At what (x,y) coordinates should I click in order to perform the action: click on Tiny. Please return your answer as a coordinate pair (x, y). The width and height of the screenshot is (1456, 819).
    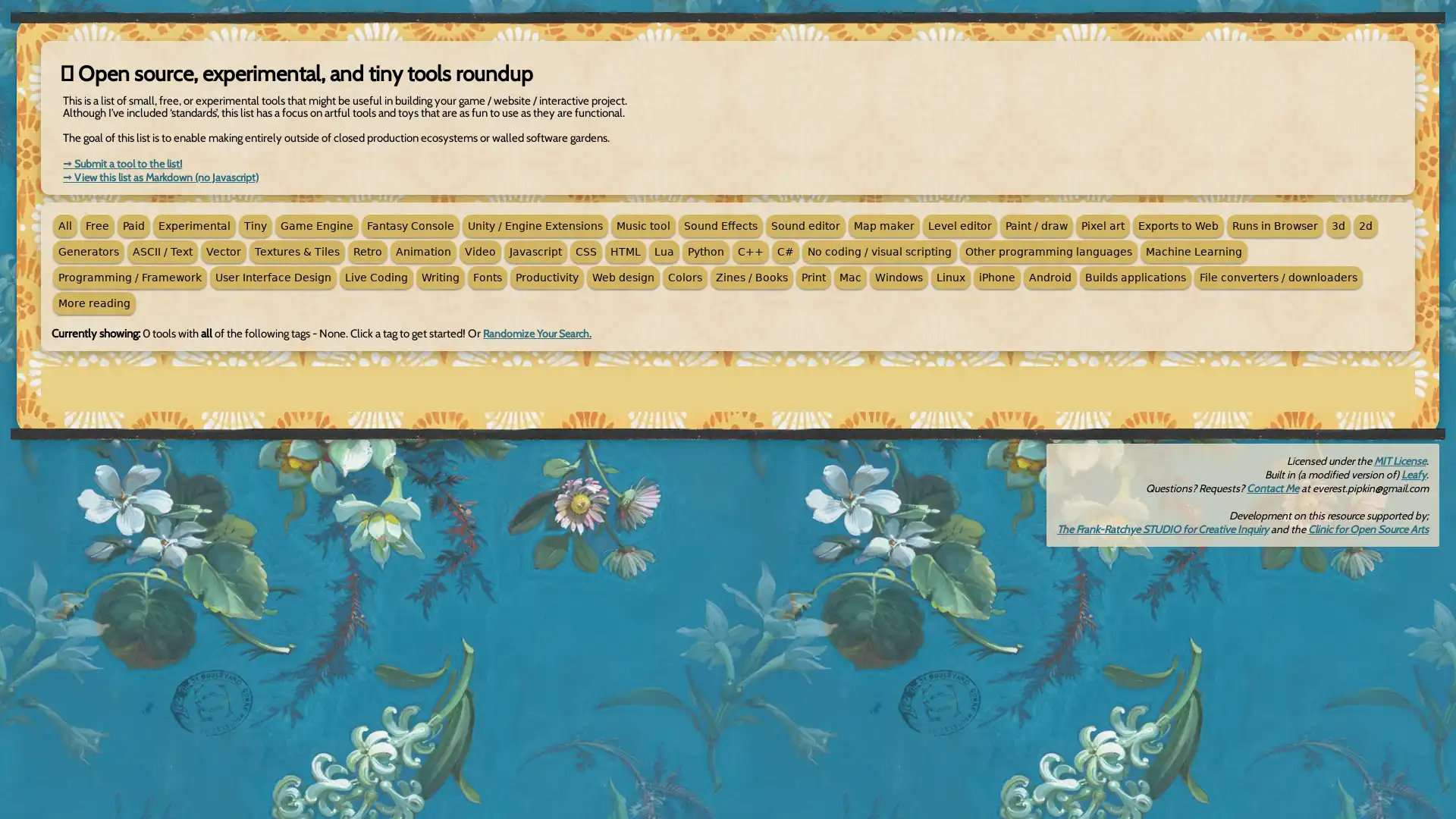
    Looking at the image, I should click on (255, 225).